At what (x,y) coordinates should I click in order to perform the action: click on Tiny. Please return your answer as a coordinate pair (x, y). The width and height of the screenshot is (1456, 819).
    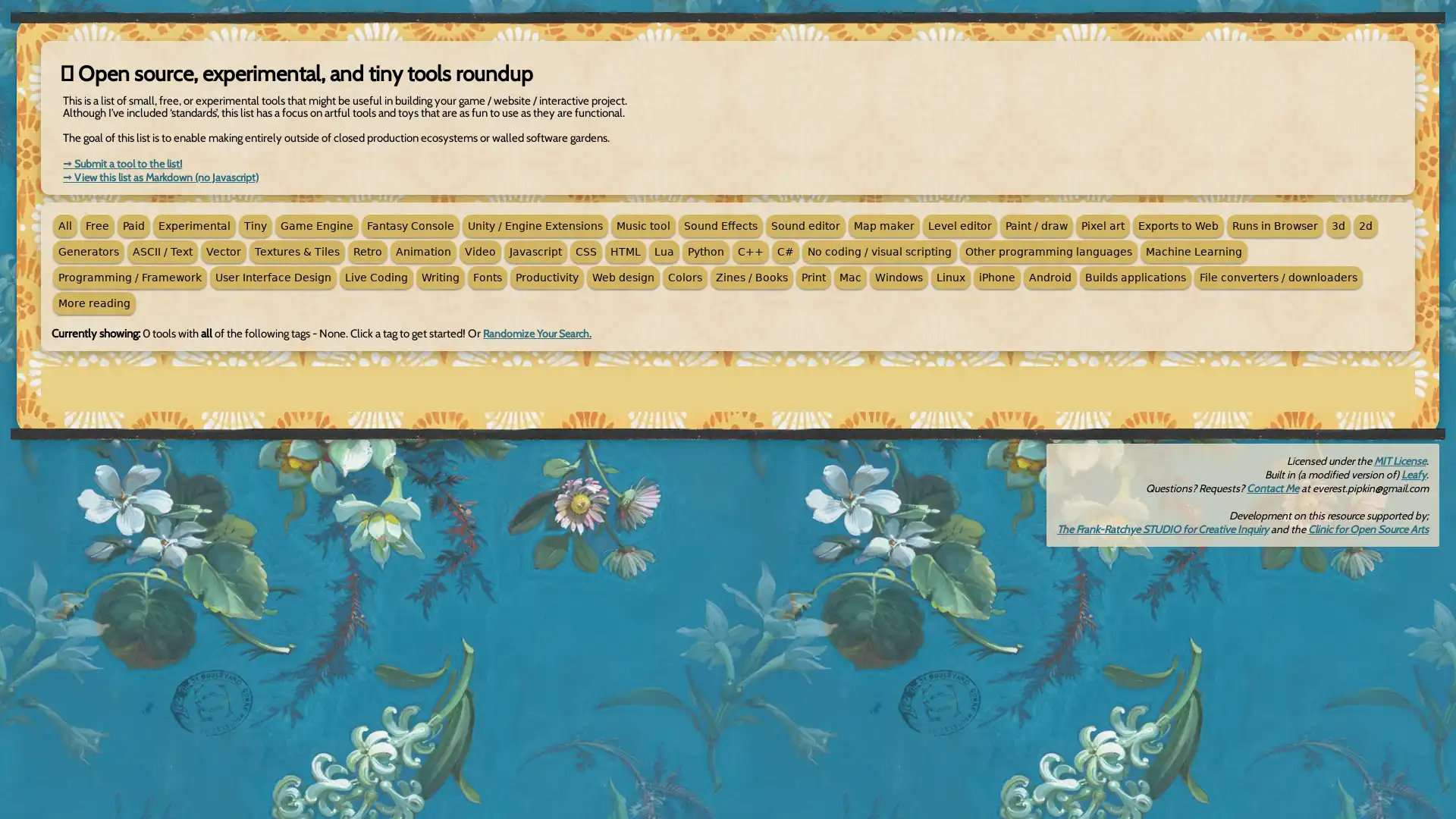
    Looking at the image, I should click on (255, 225).